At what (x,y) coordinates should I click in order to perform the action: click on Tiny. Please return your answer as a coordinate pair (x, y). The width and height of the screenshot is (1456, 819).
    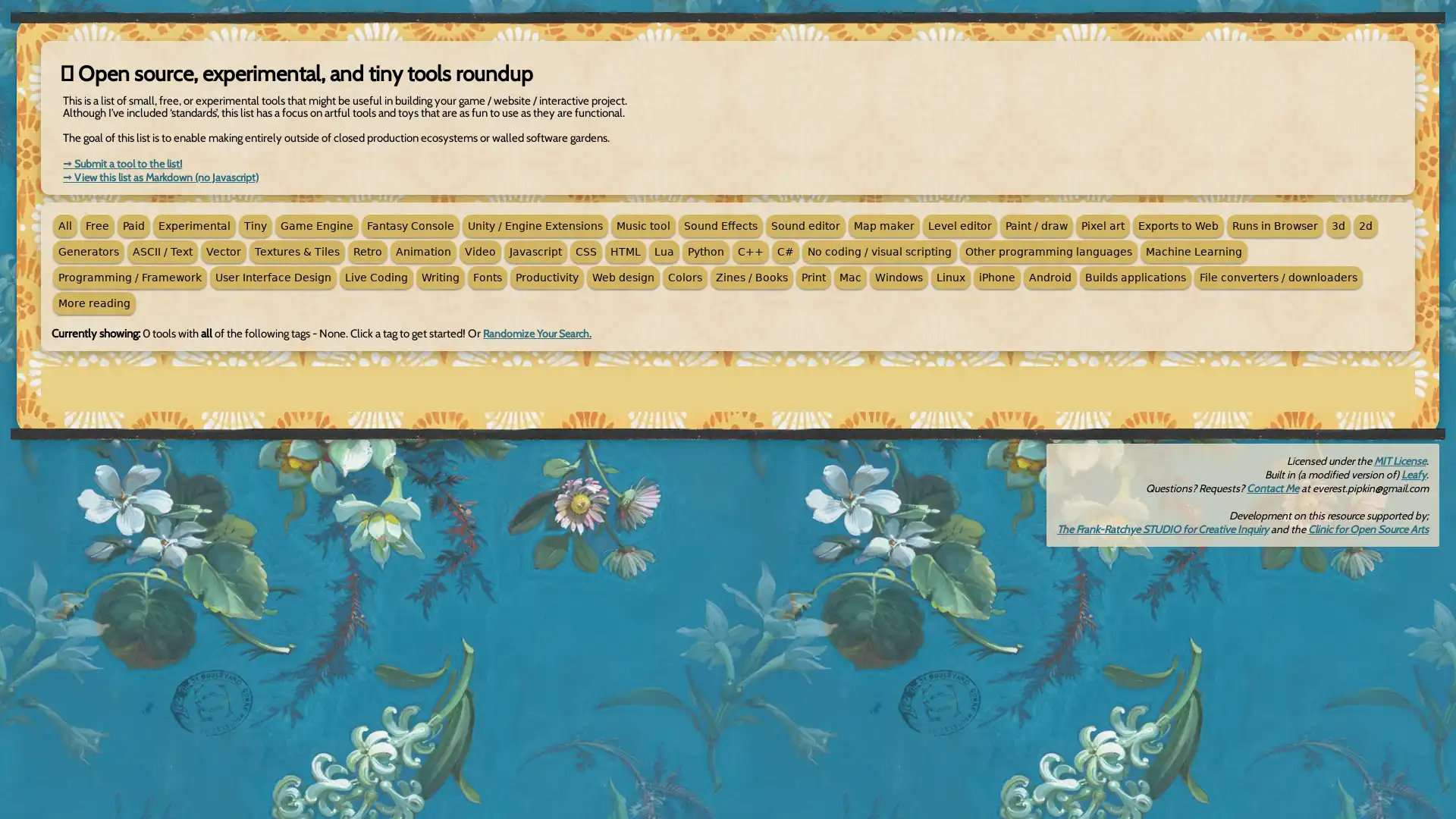
    Looking at the image, I should click on (255, 225).